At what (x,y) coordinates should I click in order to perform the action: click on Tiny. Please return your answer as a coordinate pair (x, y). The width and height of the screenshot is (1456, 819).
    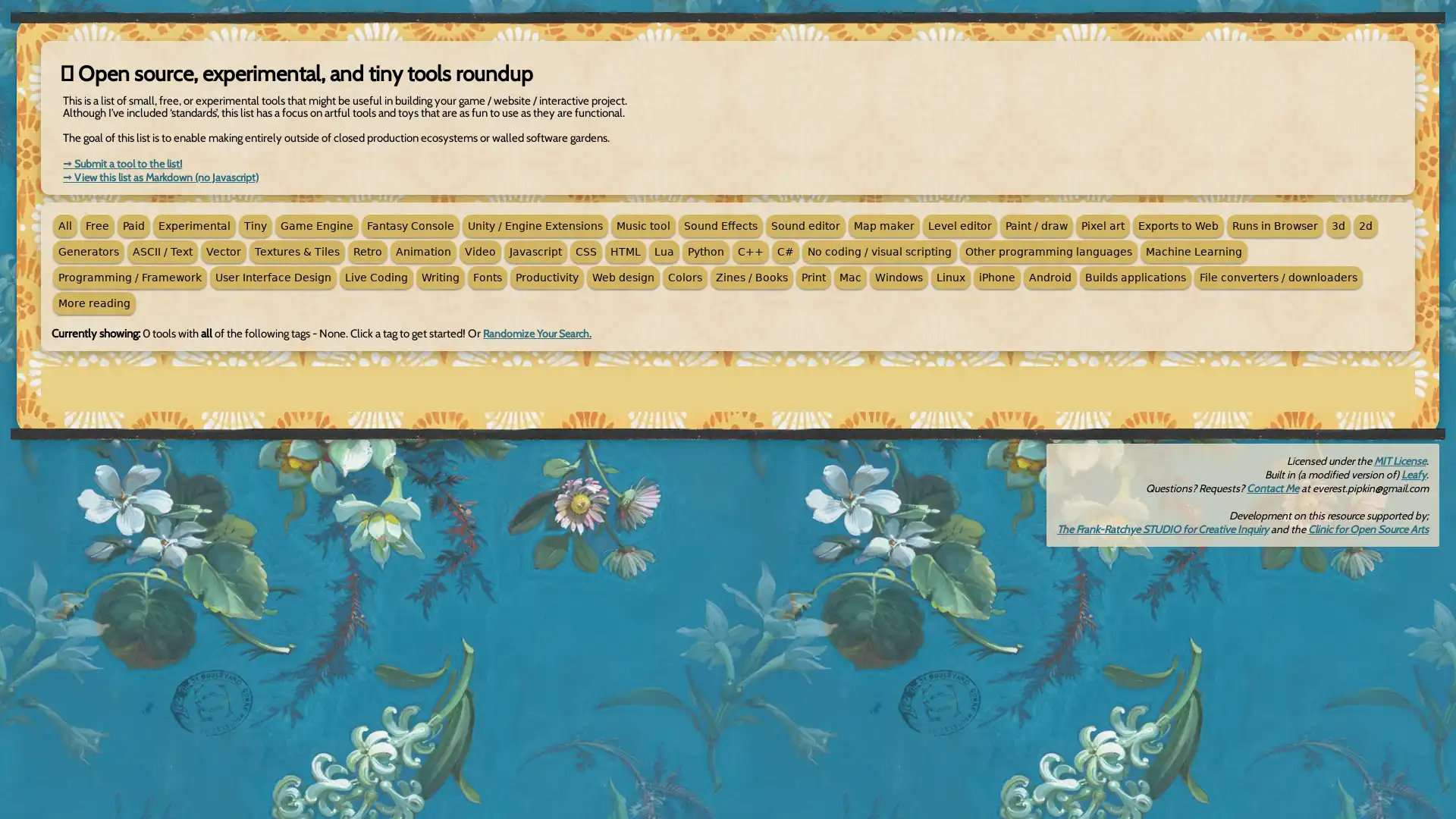
    Looking at the image, I should click on (255, 225).